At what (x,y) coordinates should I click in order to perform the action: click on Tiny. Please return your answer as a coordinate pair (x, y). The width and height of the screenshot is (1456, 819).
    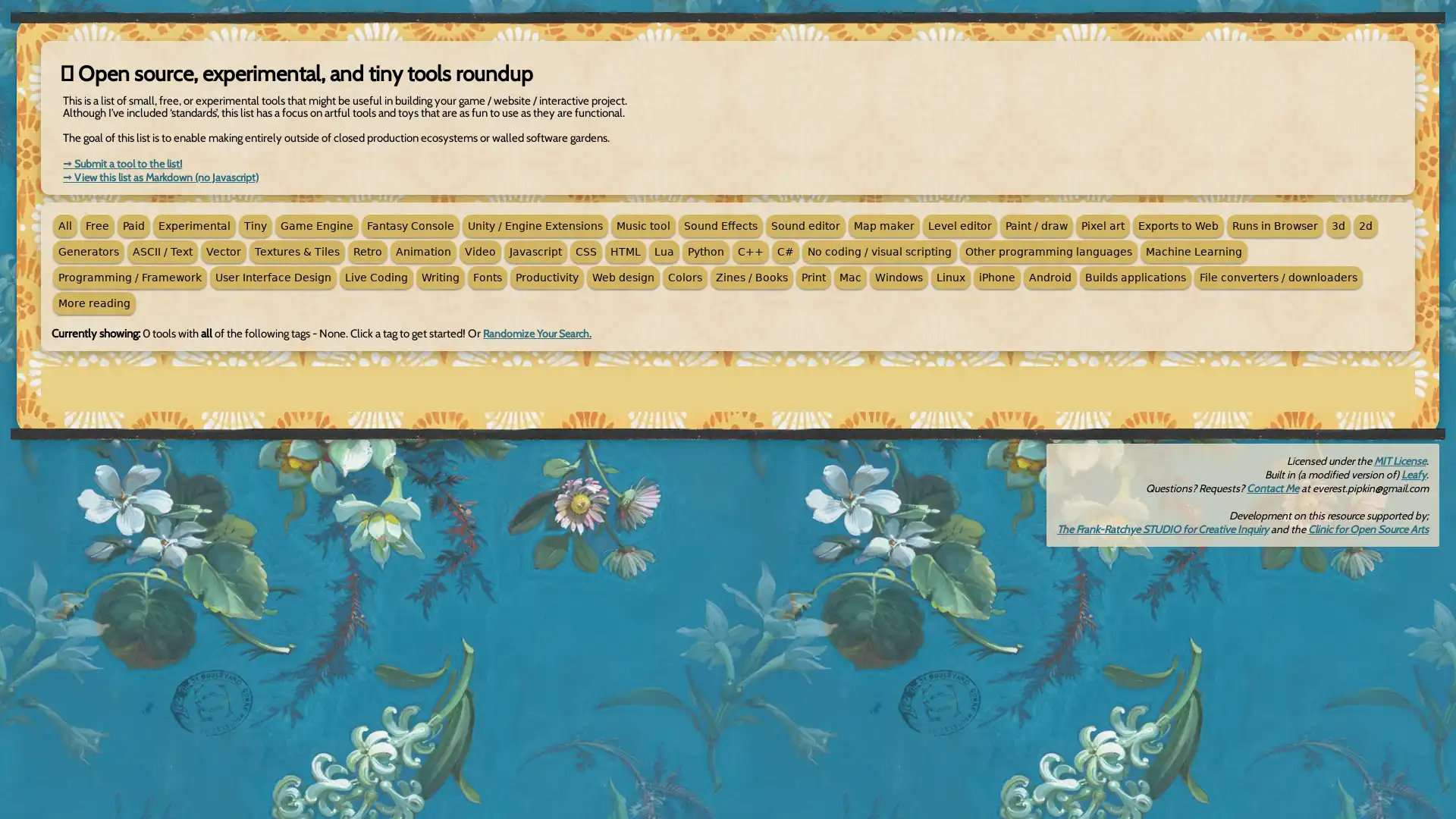
    Looking at the image, I should click on (255, 225).